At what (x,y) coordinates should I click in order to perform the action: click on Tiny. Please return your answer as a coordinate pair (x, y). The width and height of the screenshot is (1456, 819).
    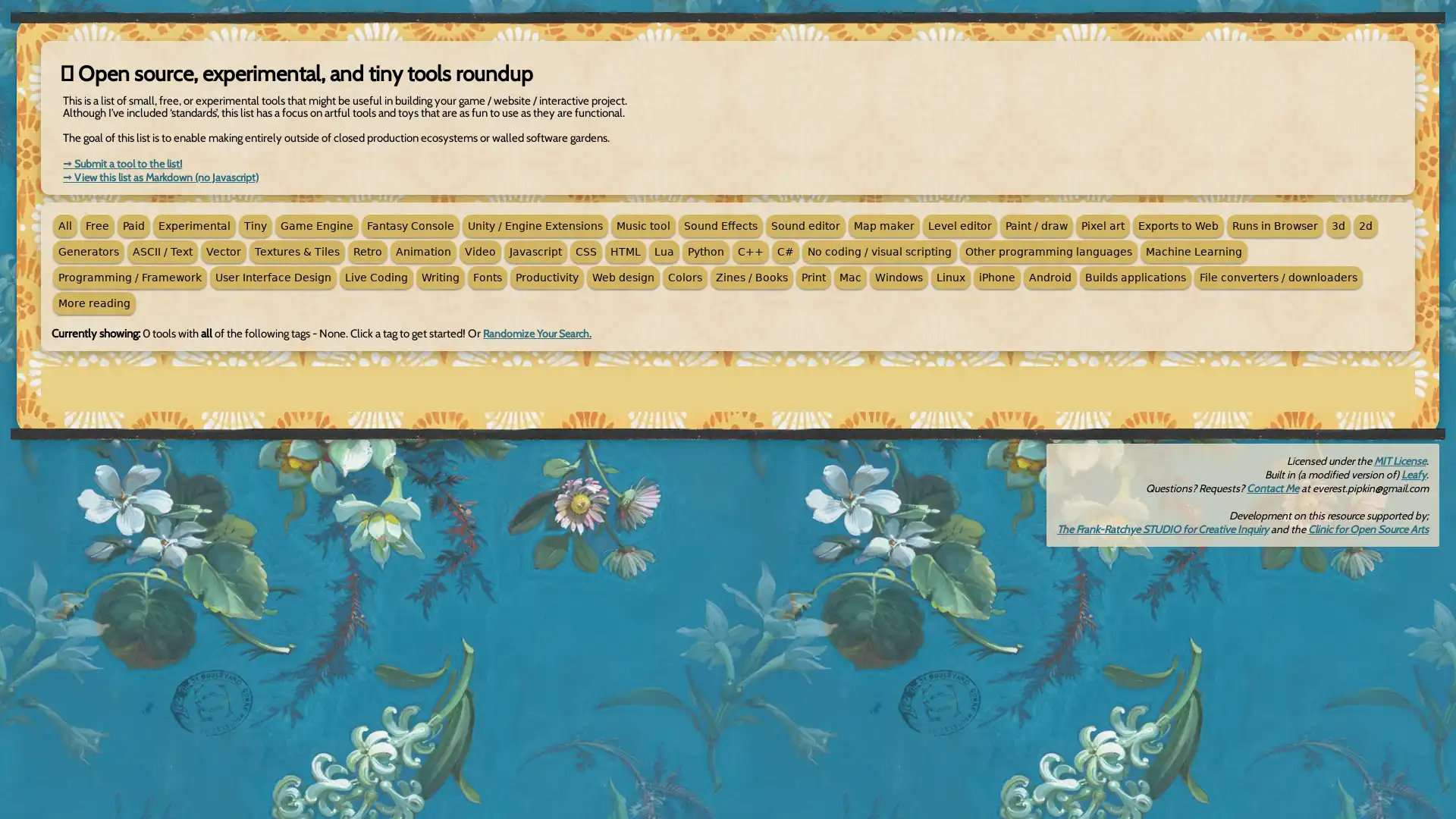
    Looking at the image, I should click on (255, 225).